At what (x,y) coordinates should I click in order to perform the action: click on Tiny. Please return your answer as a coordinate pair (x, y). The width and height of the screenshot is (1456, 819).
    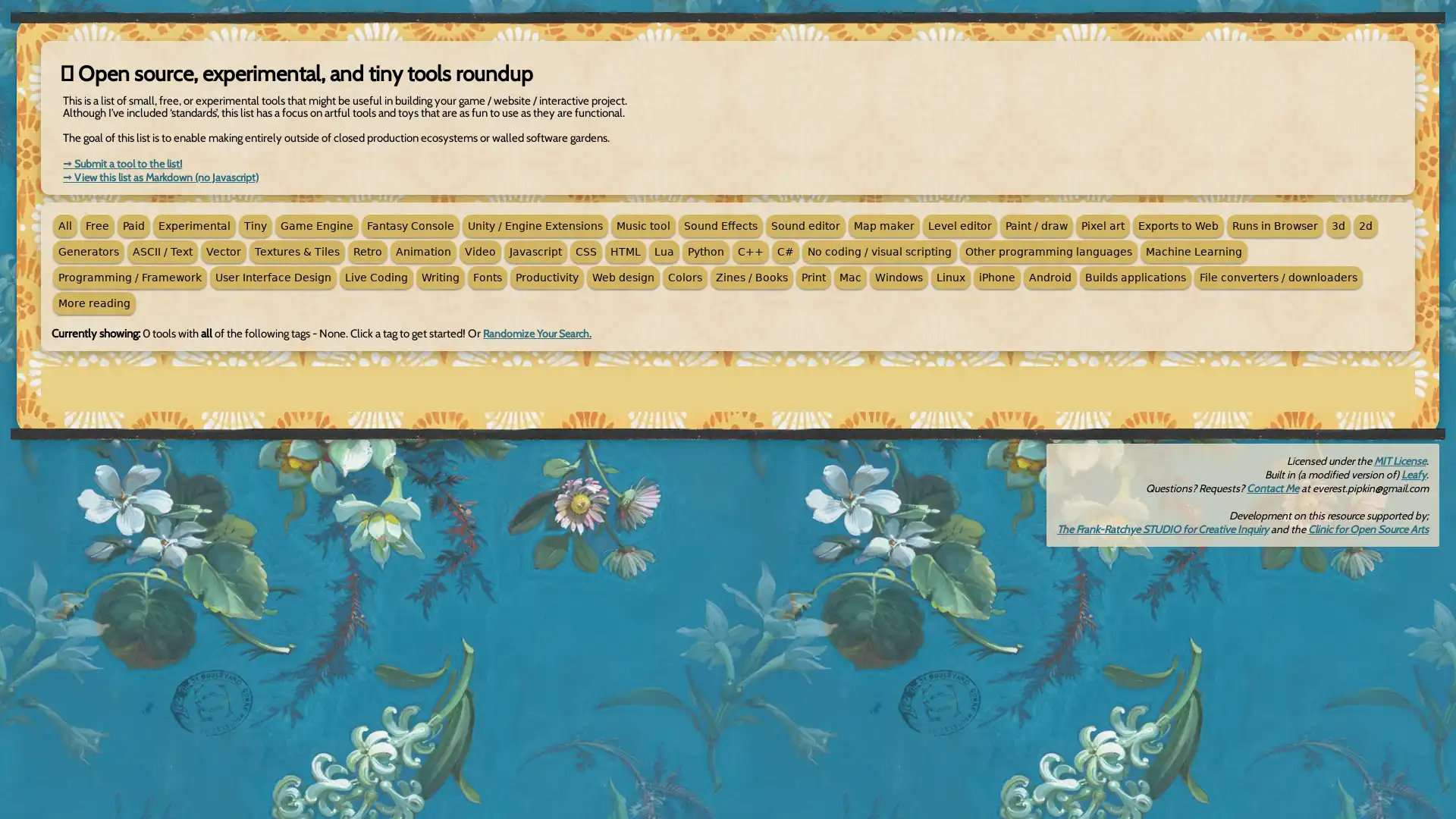
    Looking at the image, I should click on (255, 225).